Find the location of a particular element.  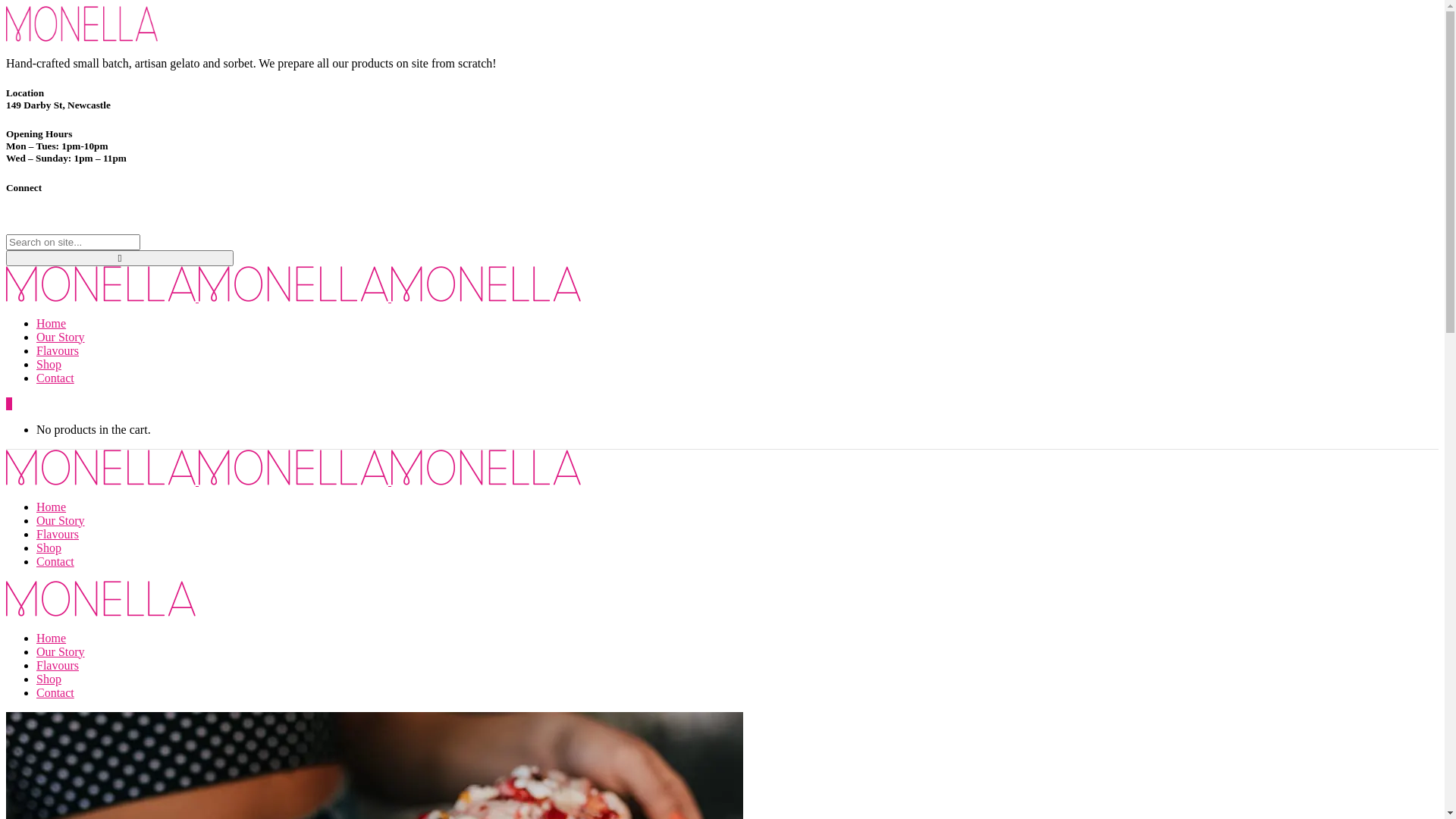

'0' is located at coordinates (9, 403).